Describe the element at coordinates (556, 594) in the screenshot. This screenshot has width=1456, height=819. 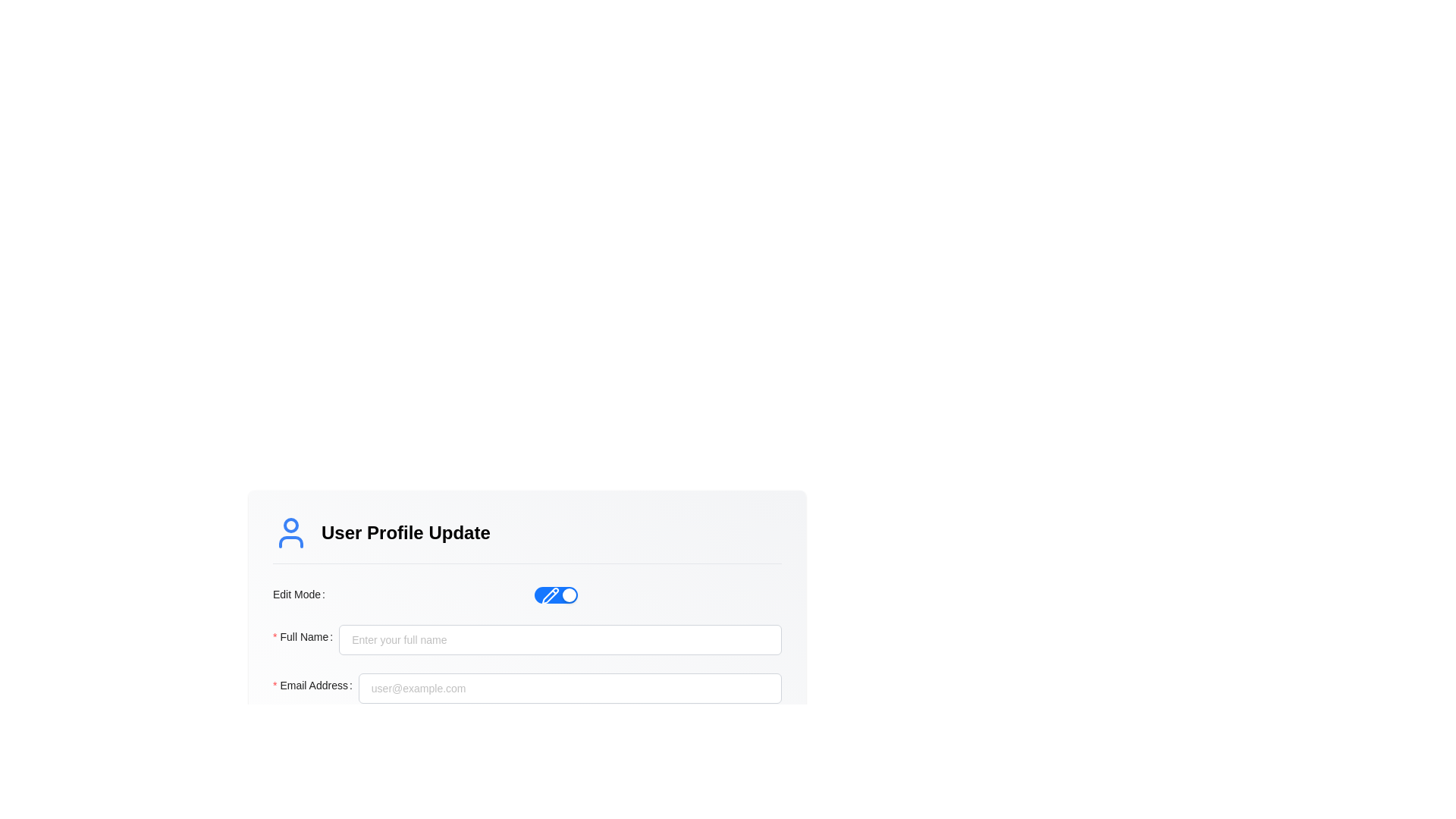
I see `the blue toggle switch with a pencil icon on the left, indicating 'Edit Mode'` at that location.